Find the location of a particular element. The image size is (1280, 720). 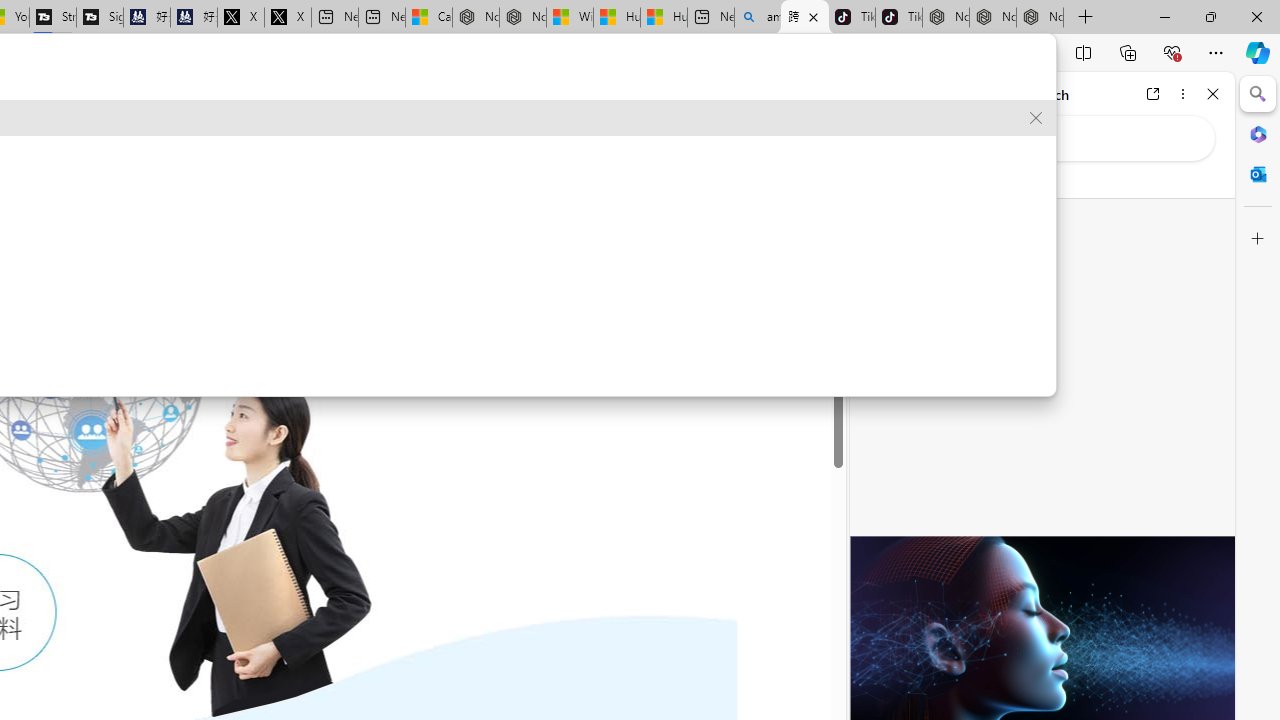

'Web scope' is located at coordinates (881, 180).